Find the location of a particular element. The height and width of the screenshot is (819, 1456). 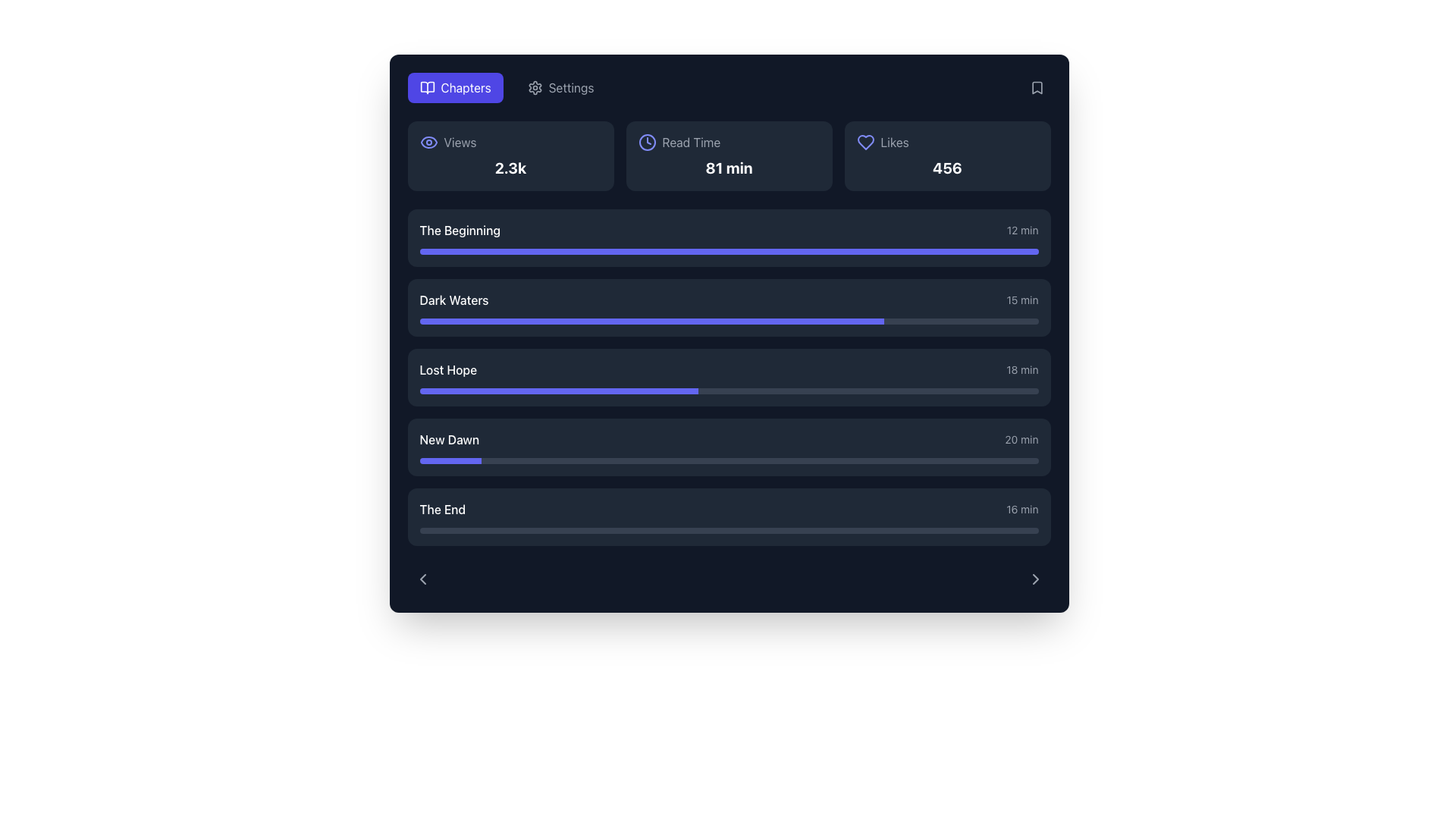

the indigo eye-shaped icon that represents visibility, located near the text 'Views' is located at coordinates (428, 143).